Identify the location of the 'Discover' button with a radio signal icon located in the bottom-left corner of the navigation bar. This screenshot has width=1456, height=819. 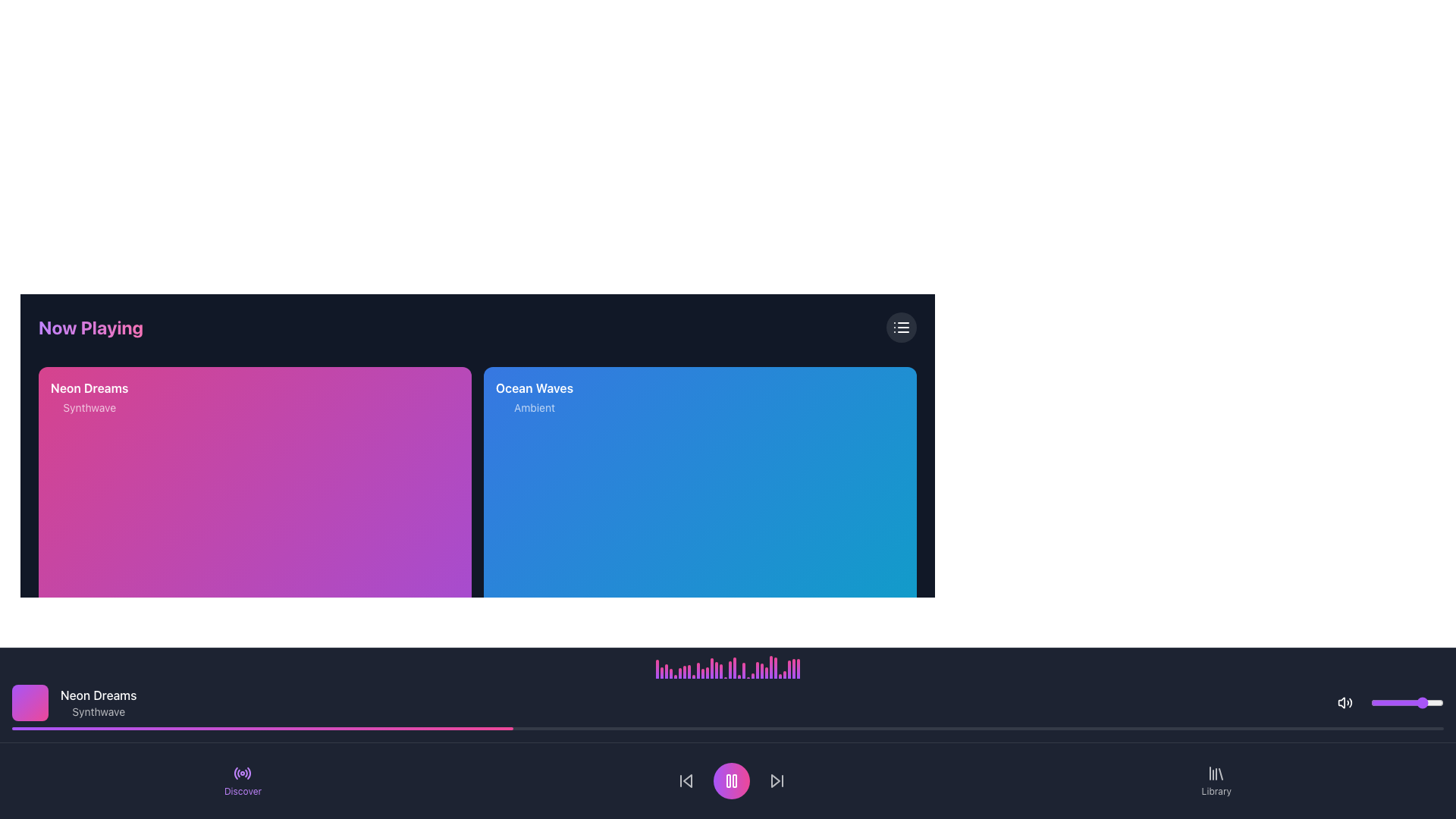
(243, 780).